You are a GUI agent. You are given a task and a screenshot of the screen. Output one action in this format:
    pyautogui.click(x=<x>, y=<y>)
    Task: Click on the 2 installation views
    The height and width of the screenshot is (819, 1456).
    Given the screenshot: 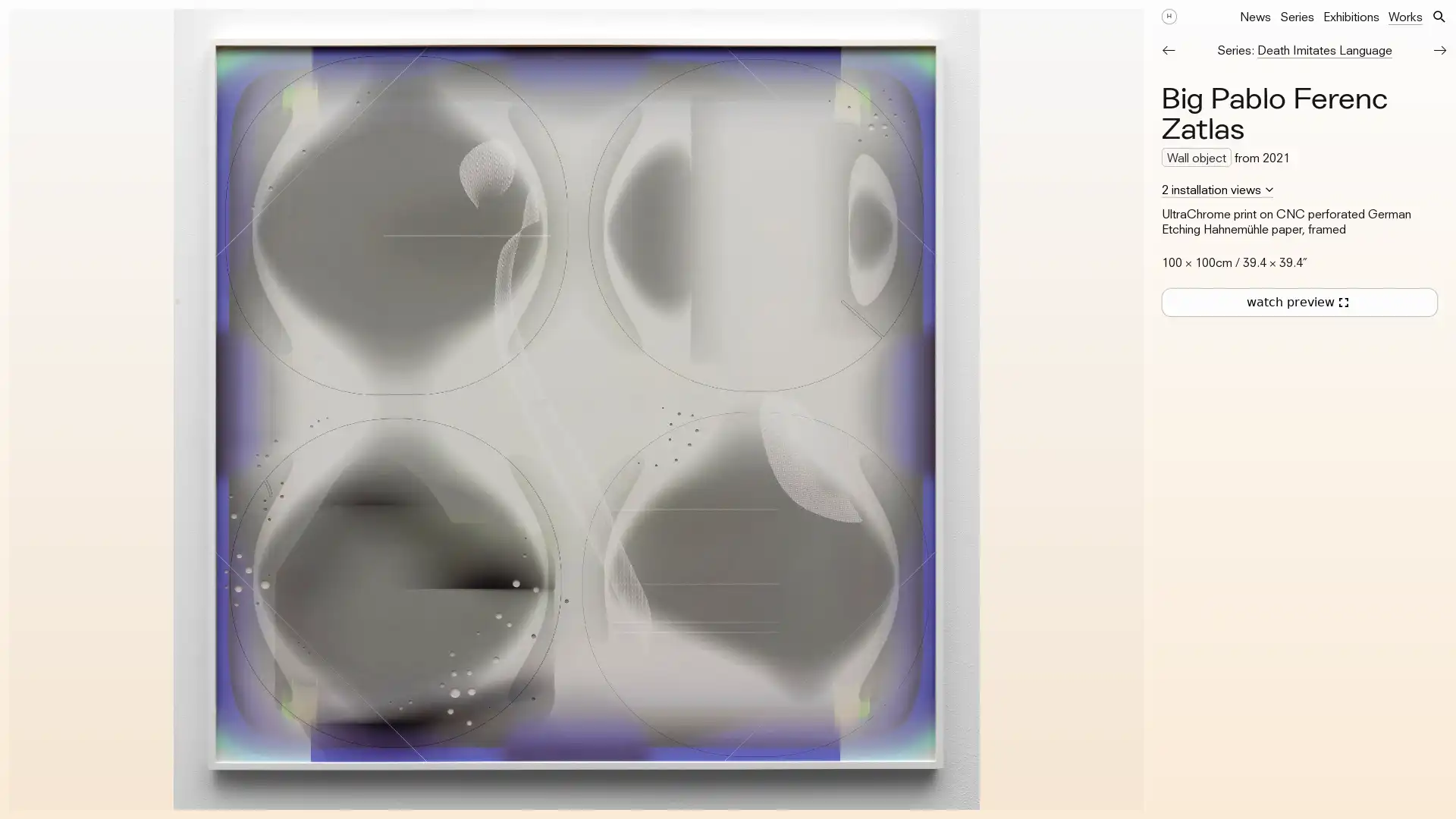 What is the action you would take?
    pyautogui.click(x=1217, y=189)
    